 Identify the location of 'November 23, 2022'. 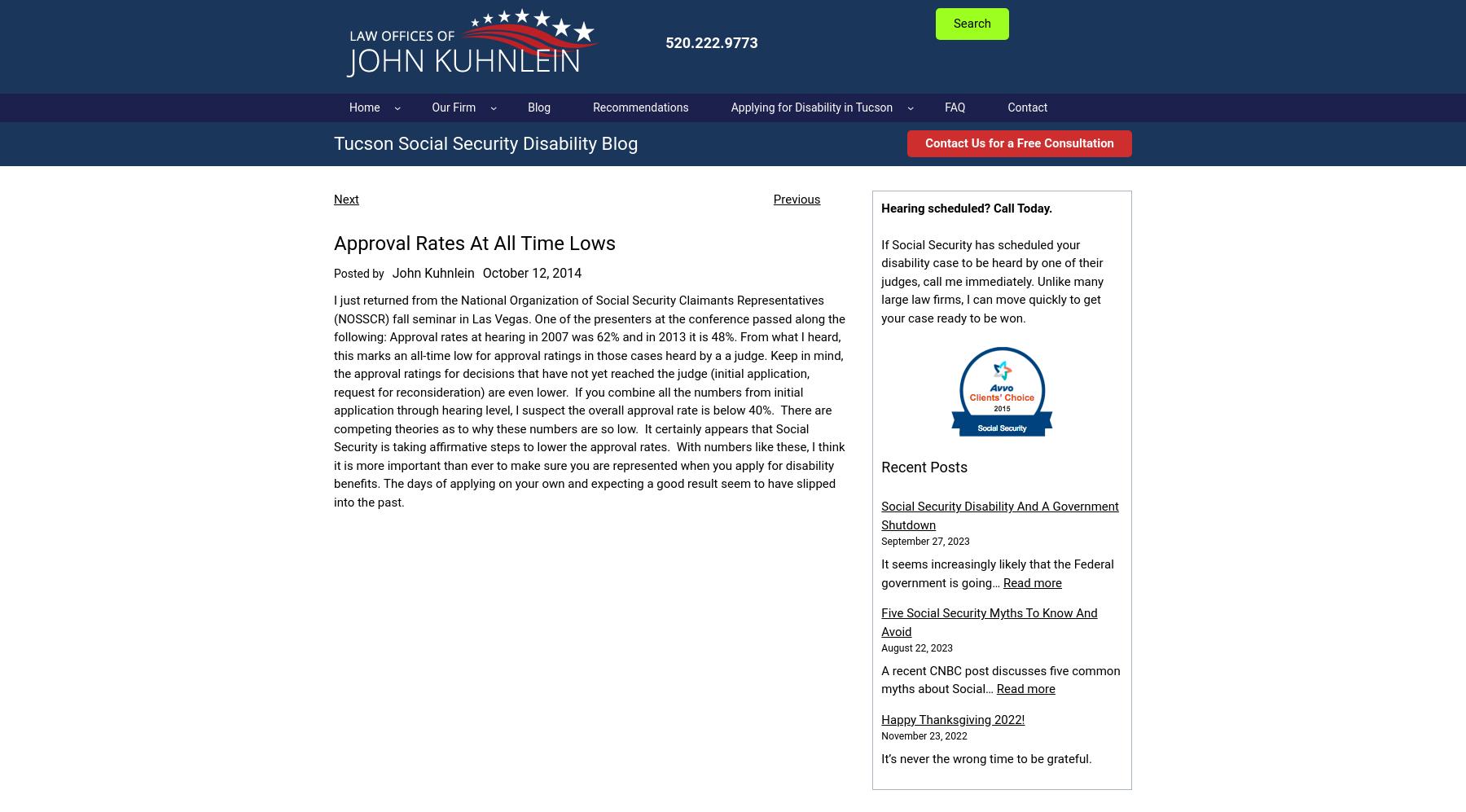
(923, 735).